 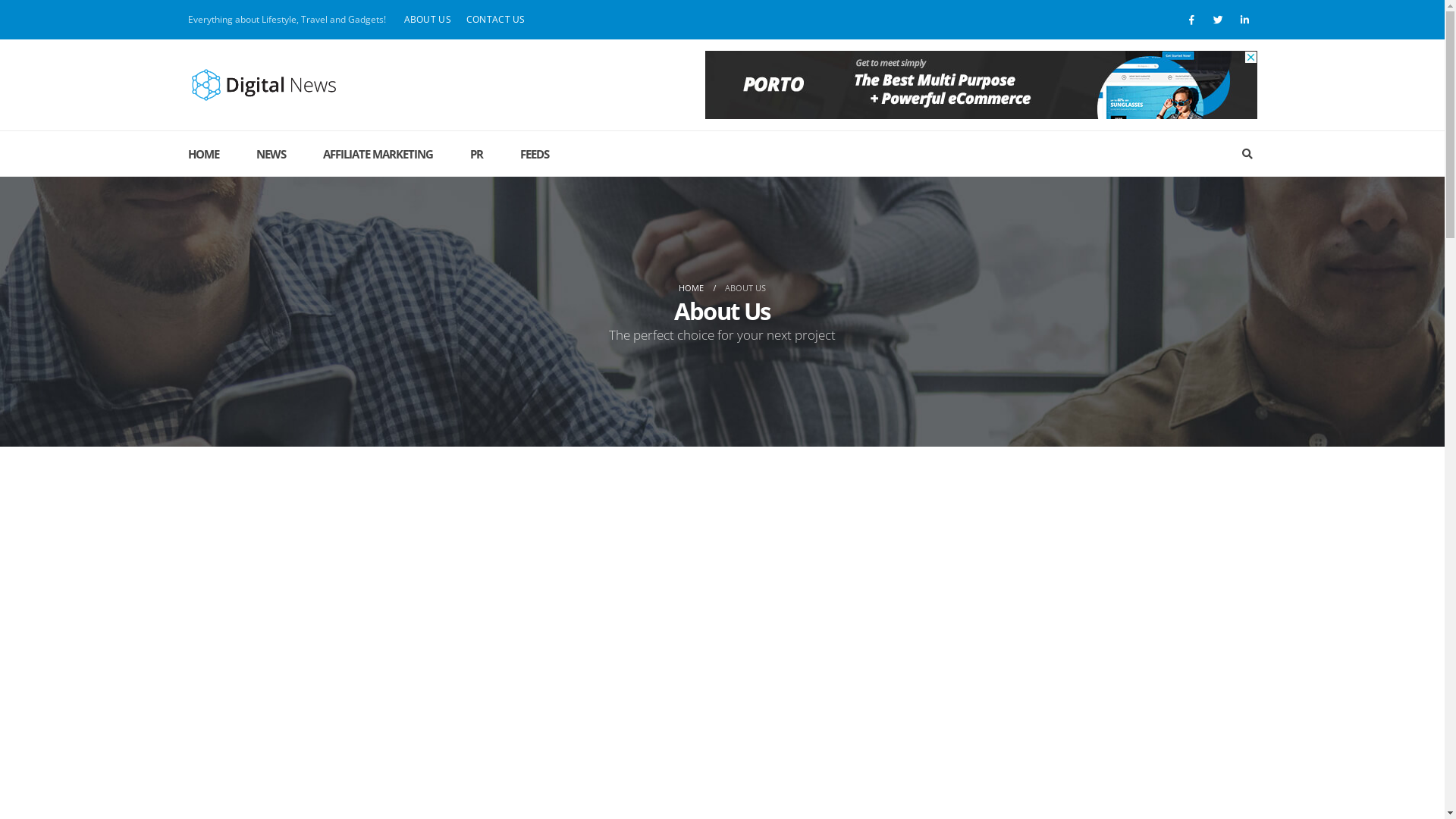 I want to click on 'Facebook', so click(x=1190, y=20).